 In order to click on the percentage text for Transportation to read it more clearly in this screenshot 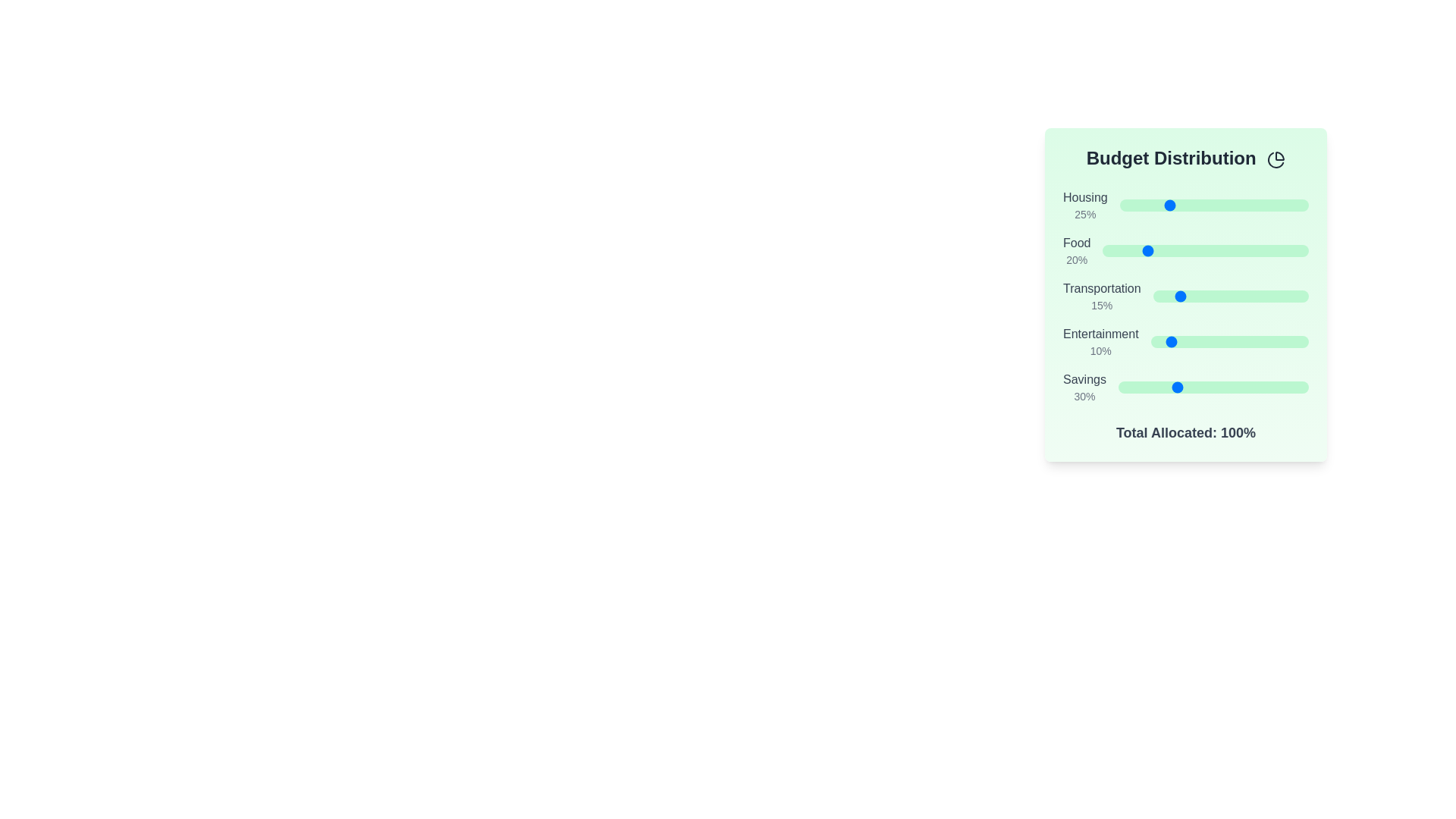, I will do `click(1102, 305)`.